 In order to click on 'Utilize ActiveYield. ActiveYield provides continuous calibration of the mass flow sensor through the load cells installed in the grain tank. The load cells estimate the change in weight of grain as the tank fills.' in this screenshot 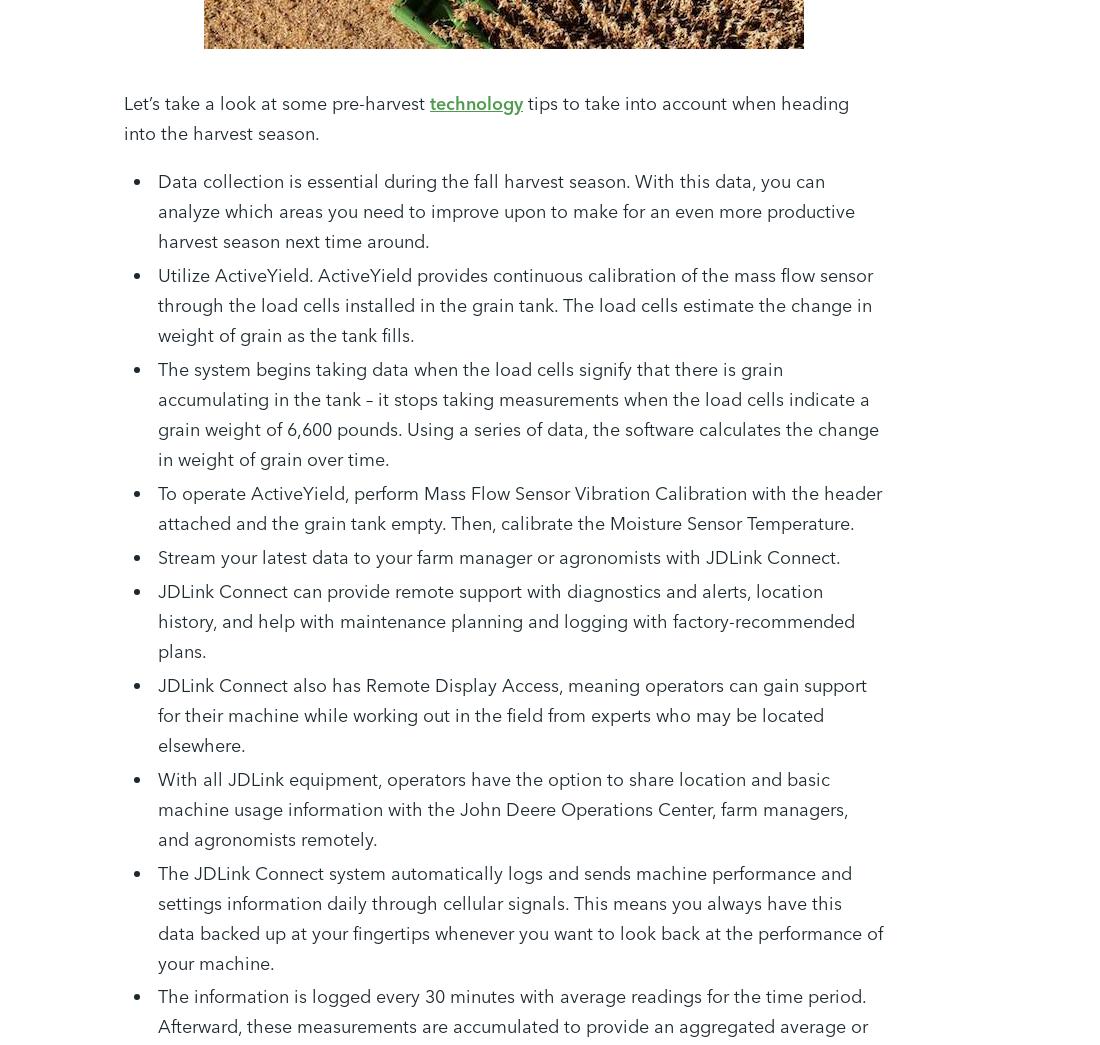, I will do `click(515, 304)`.